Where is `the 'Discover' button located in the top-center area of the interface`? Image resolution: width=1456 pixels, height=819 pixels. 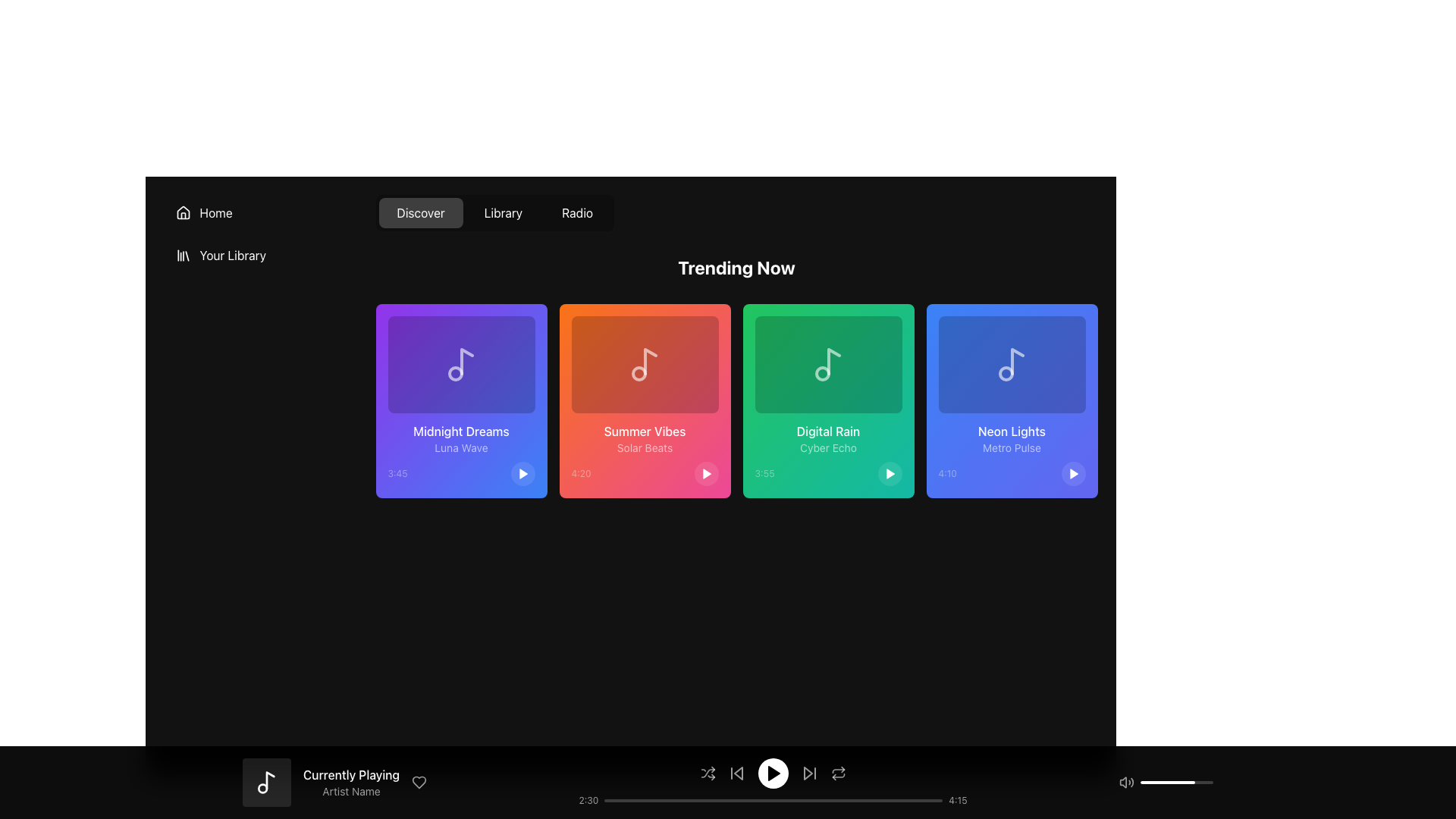 the 'Discover' button located in the top-center area of the interface is located at coordinates (421, 213).